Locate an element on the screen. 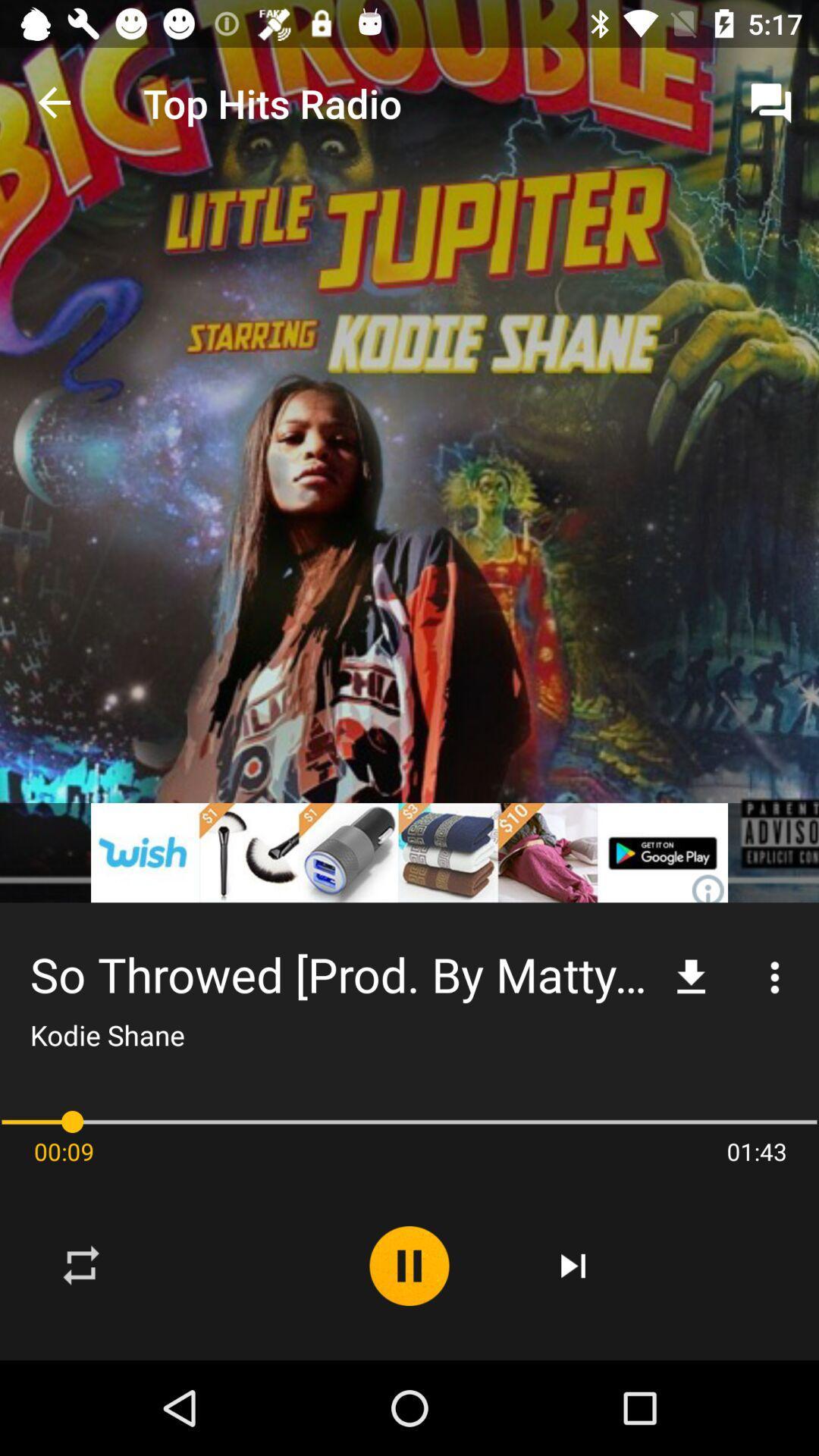  the app next to the top hits radio item is located at coordinates (55, 102).